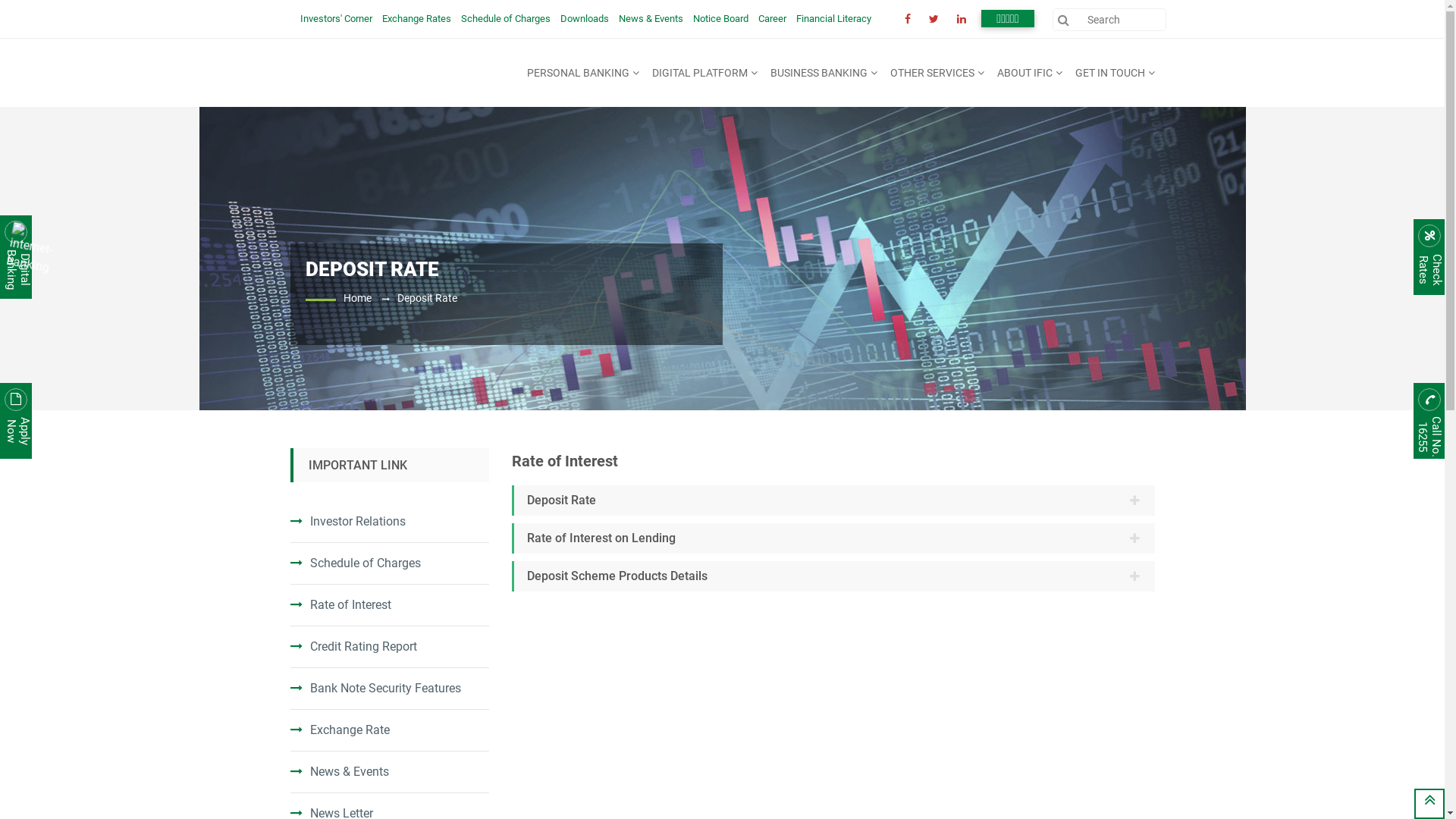 The image size is (1456, 819). I want to click on 'Investor Relations', so click(346, 520).